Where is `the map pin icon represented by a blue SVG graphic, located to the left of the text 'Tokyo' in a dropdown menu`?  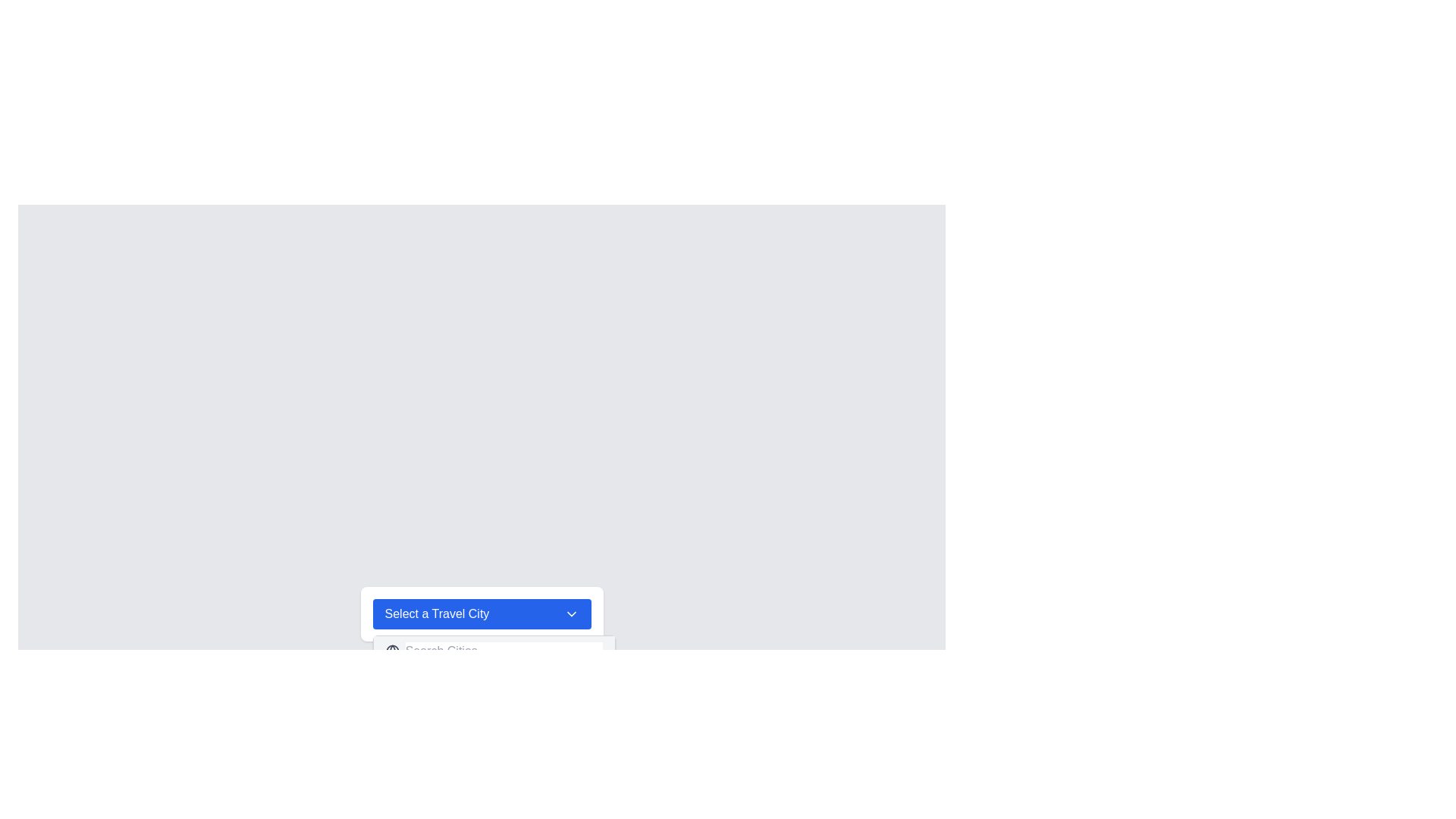 the map pin icon represented by a blue SVG graphic, located to the left of the text 'Tokyo' in a dropdown menu is located at coordinates (399, 717).